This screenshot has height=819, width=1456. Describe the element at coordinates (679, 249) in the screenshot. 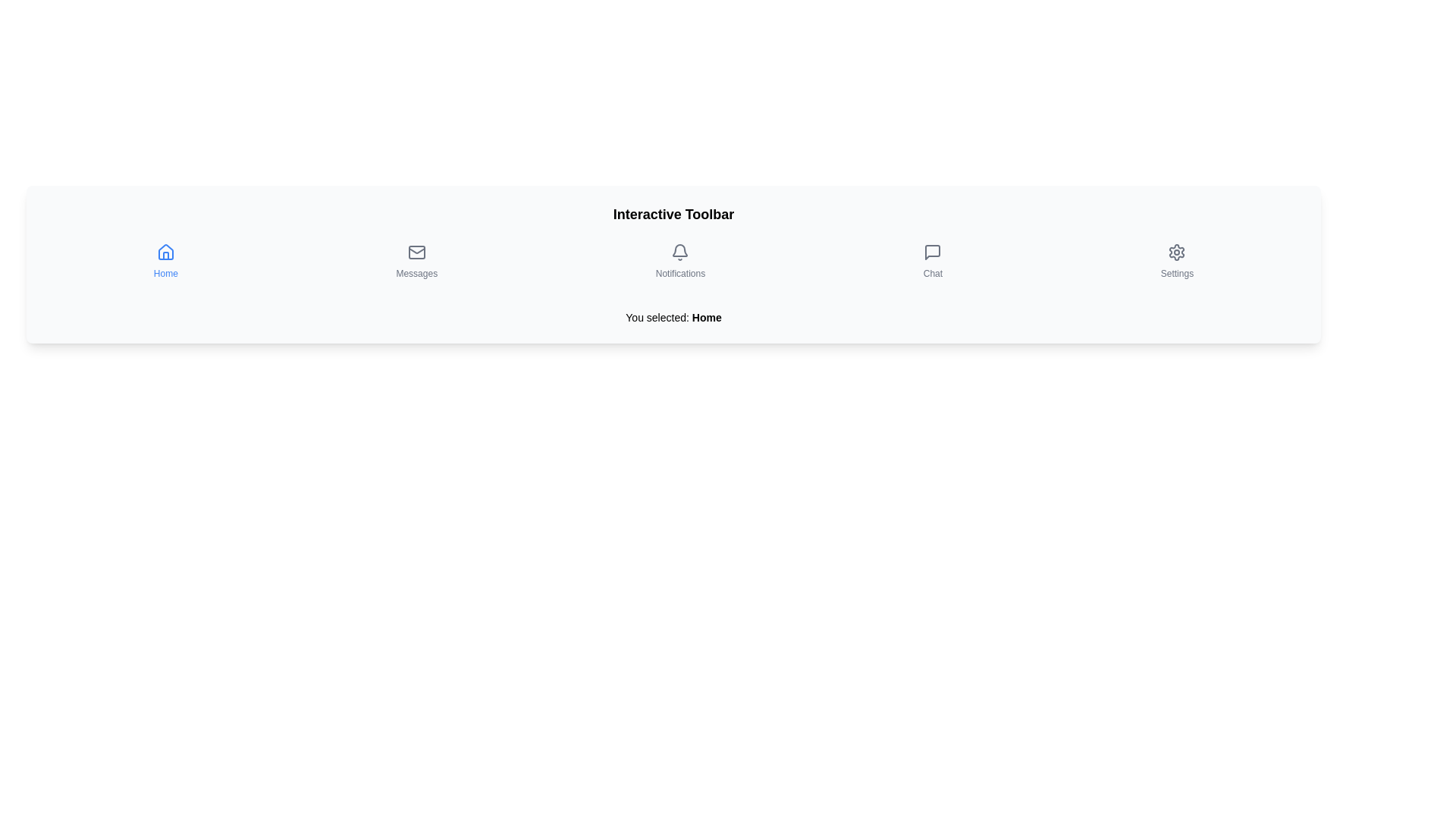

I see `the notification icon, which visually resembles a bell curve and is located` at that location.